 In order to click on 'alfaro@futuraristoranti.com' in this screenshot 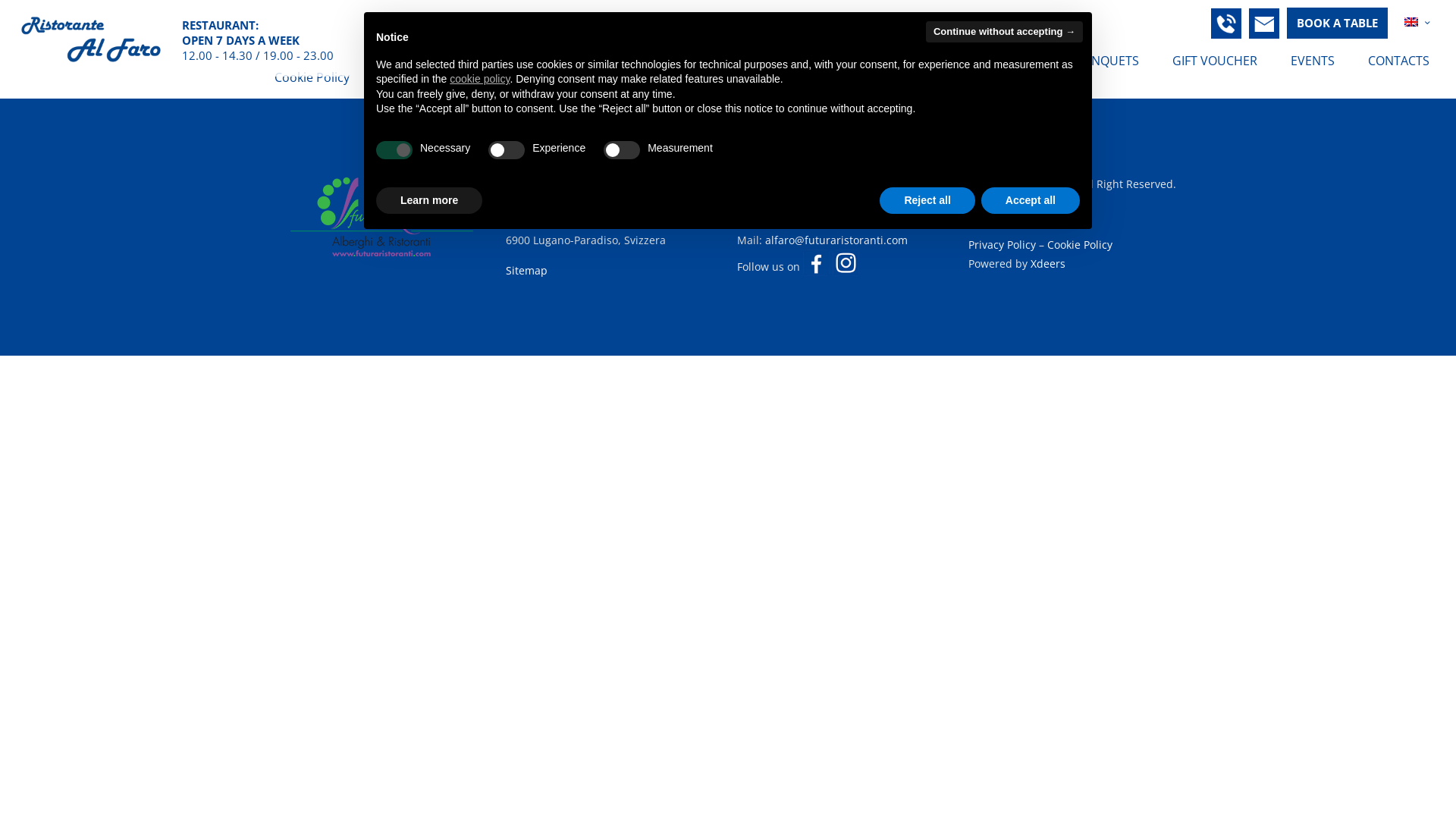, I will do `click(836, 239)`.